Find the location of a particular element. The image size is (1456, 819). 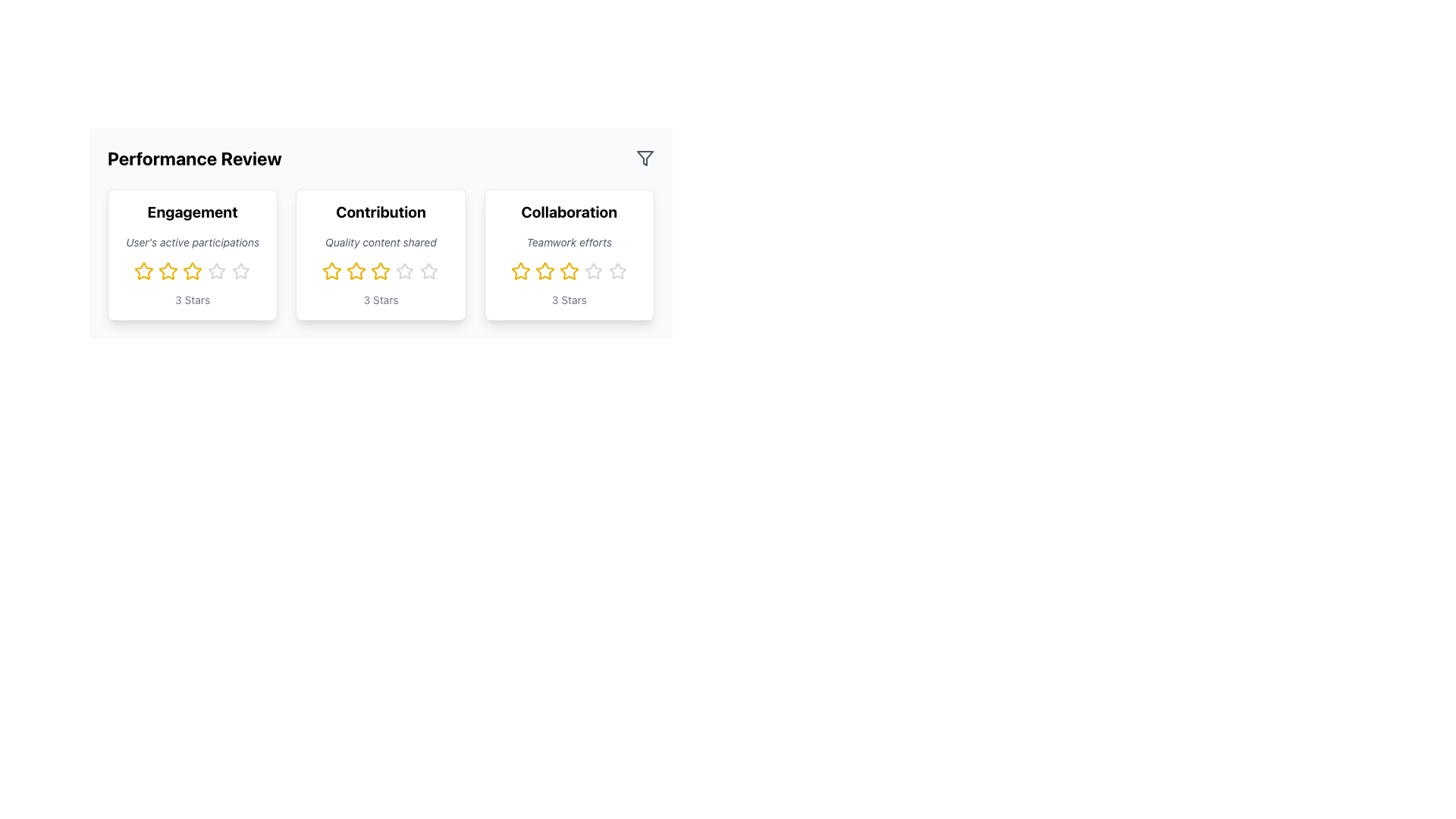

the descriptive text label located beneath the 'Collaboration' title and above the star rating display within the 'Collaboration' card is located at coordinates (568, 242).